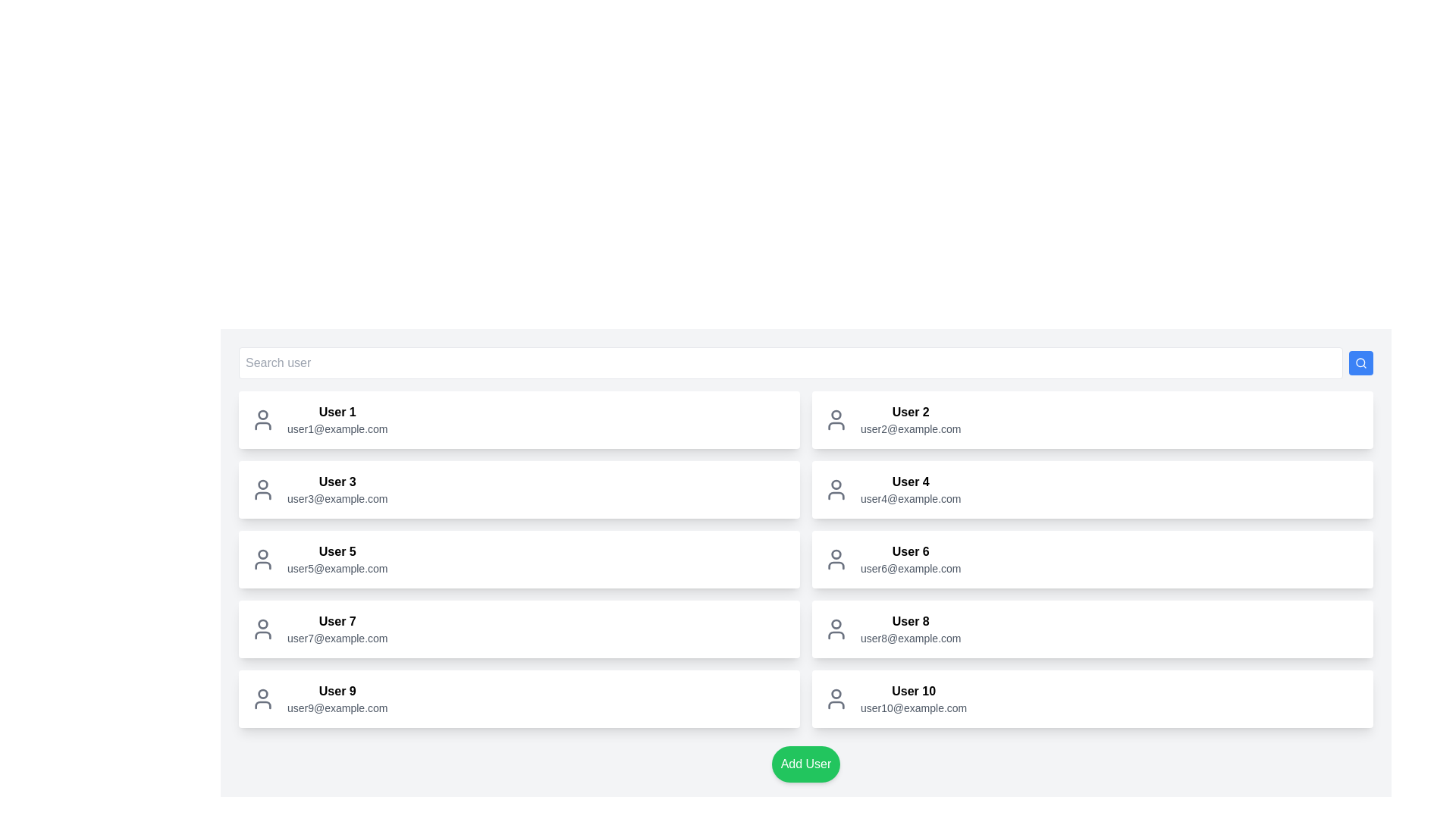  What do you see at coordinates (337, 559) in the screenshot?
I see `the text block displaying the name and email address of the user, which is located in the first column, third row of user cards in the layout` at bounding box center [337, 559].